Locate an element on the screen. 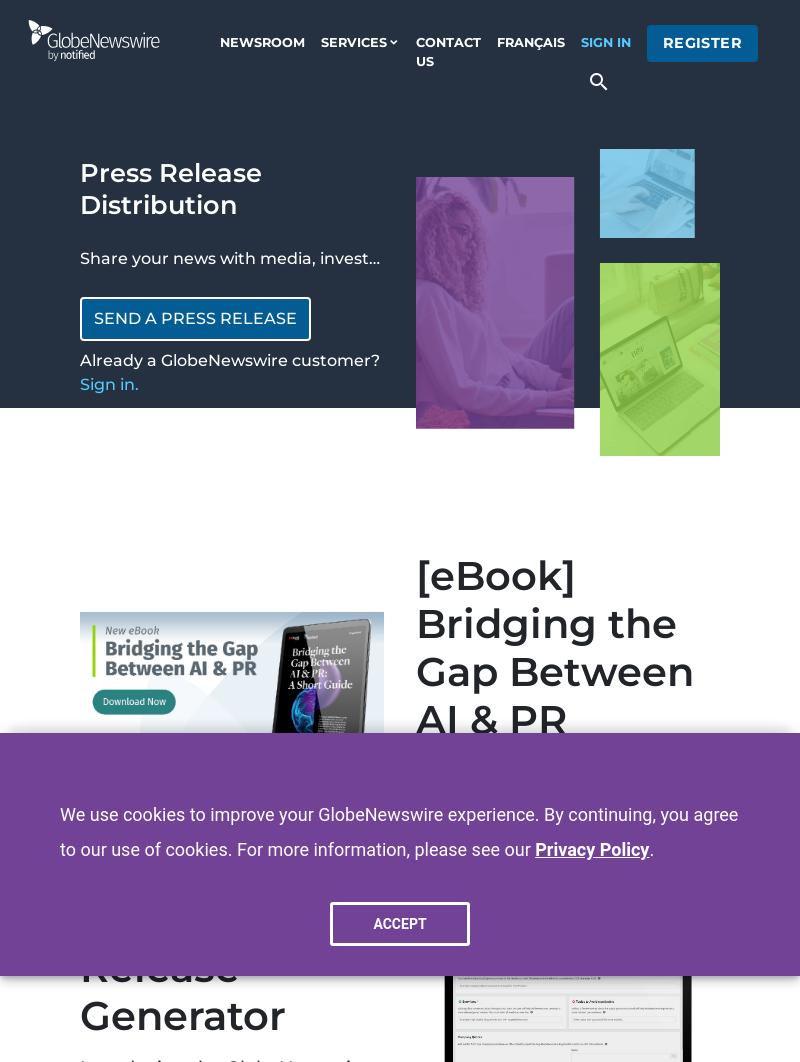 Image resolution: width=800 pixels, height=1062 pixels. 'east' is located at coordinates (574, 811).